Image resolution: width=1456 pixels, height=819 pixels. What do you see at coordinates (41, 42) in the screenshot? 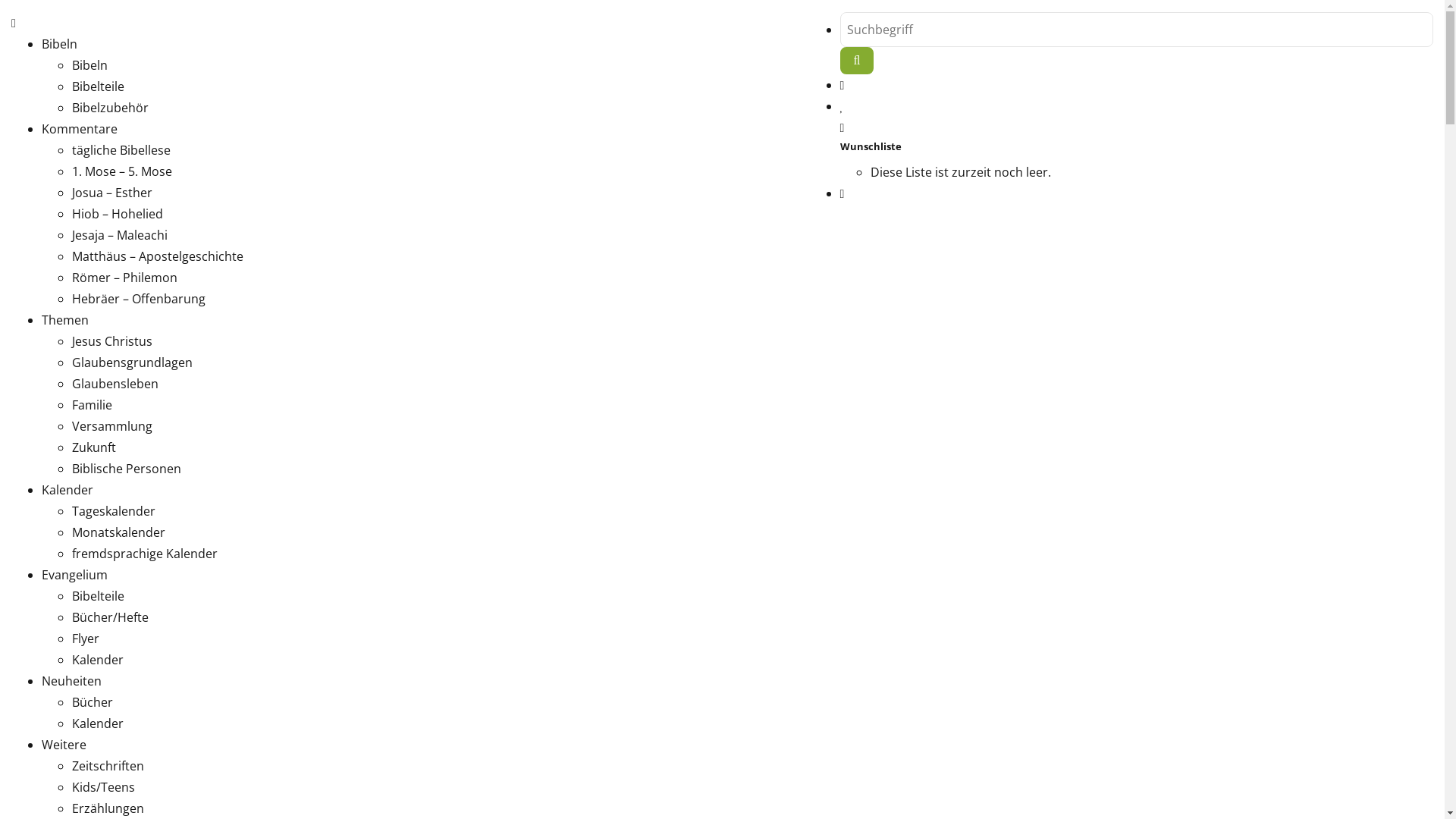
I see `'Bibeln'` at bounding box center [41, 42].